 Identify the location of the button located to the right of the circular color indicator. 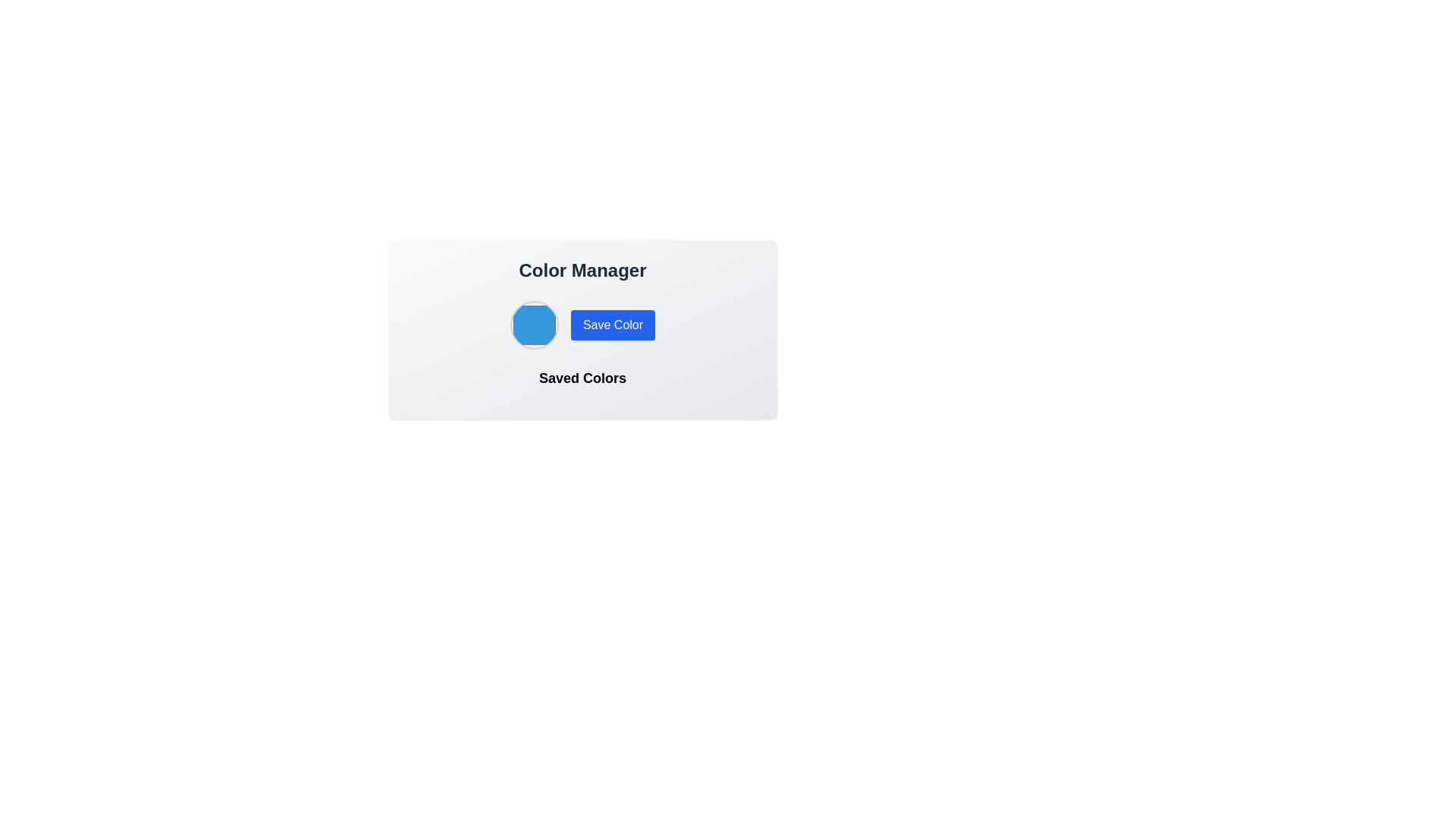
(613, 324).